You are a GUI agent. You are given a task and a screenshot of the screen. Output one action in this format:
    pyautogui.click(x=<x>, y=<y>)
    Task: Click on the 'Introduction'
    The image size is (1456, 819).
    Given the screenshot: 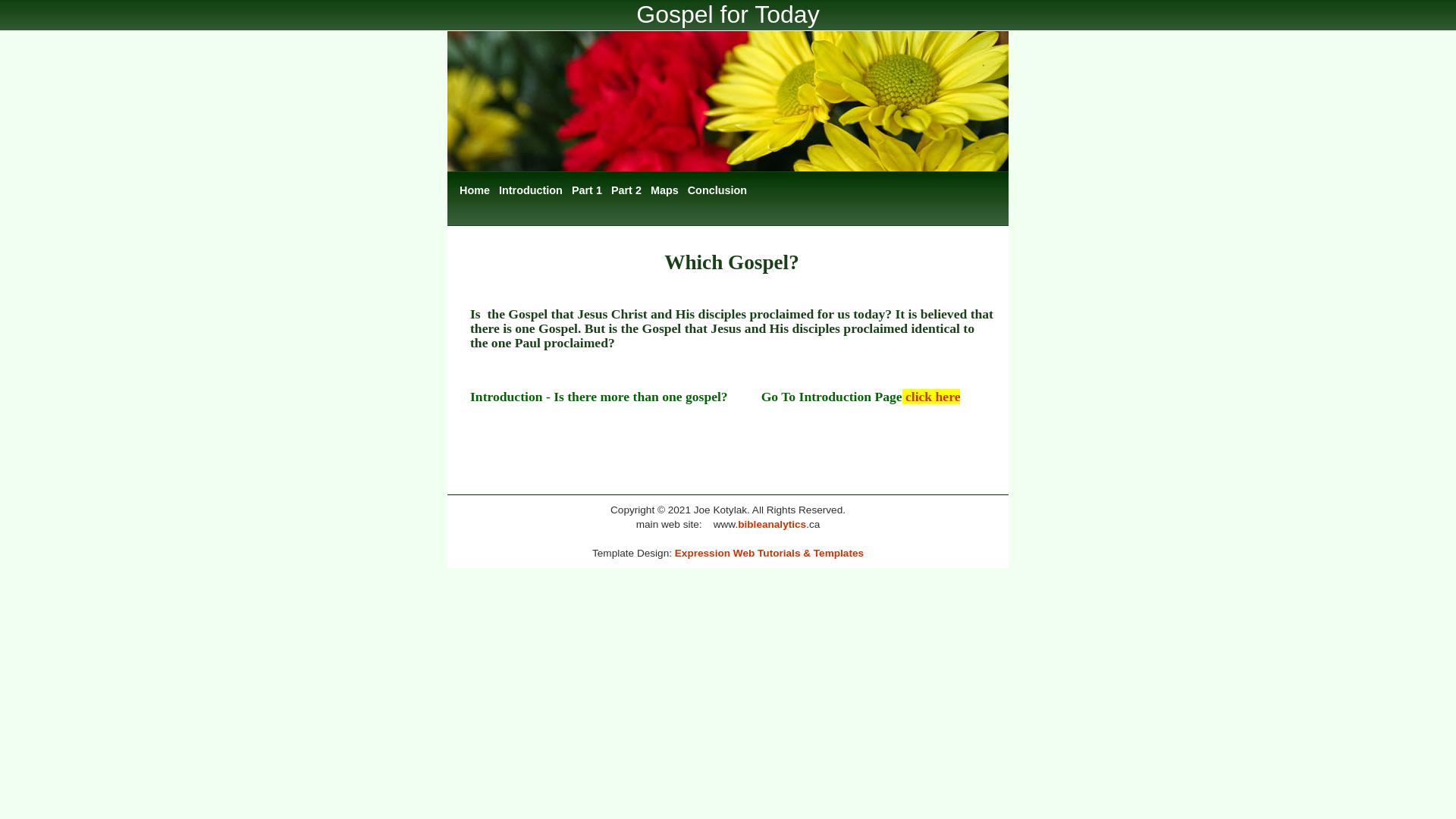 What is the action you would take?
    pyautogui.click(x=531, y=190)
    